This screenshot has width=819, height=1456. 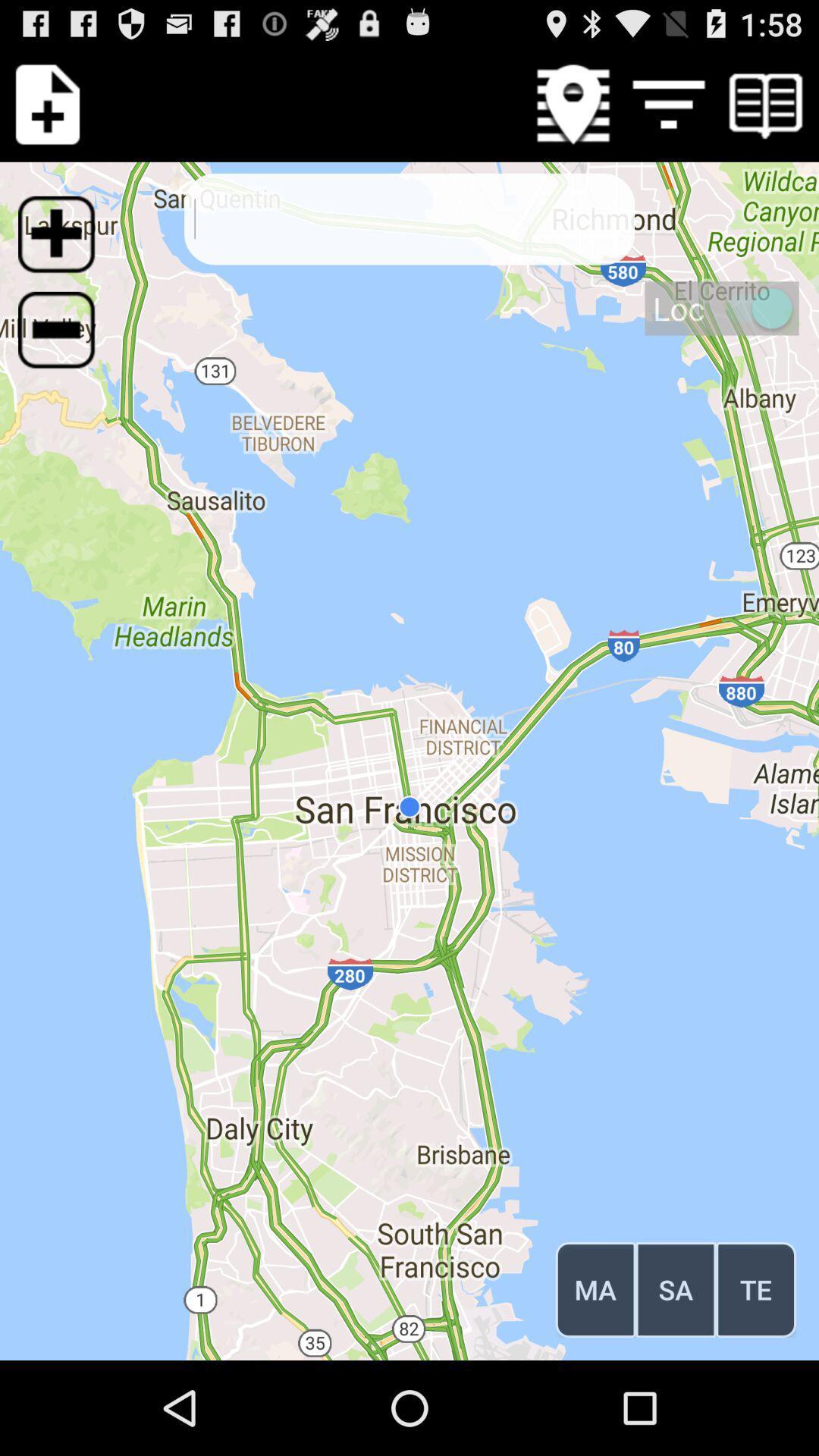 I want to click on button to the right of the ma icon, so click(x=675, y=1288).